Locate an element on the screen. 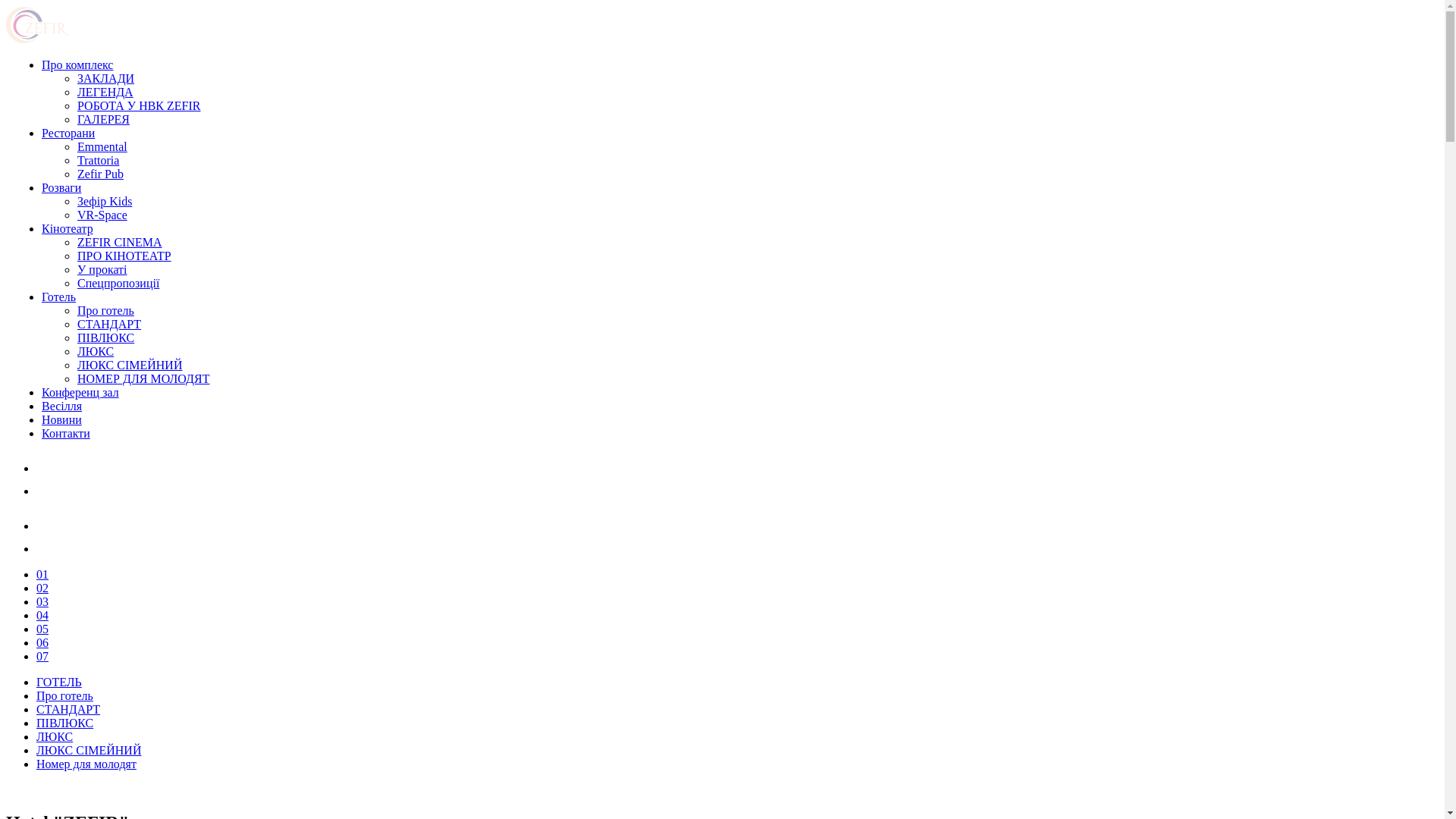  'VR-Space' is located at coordinates (101, 215).